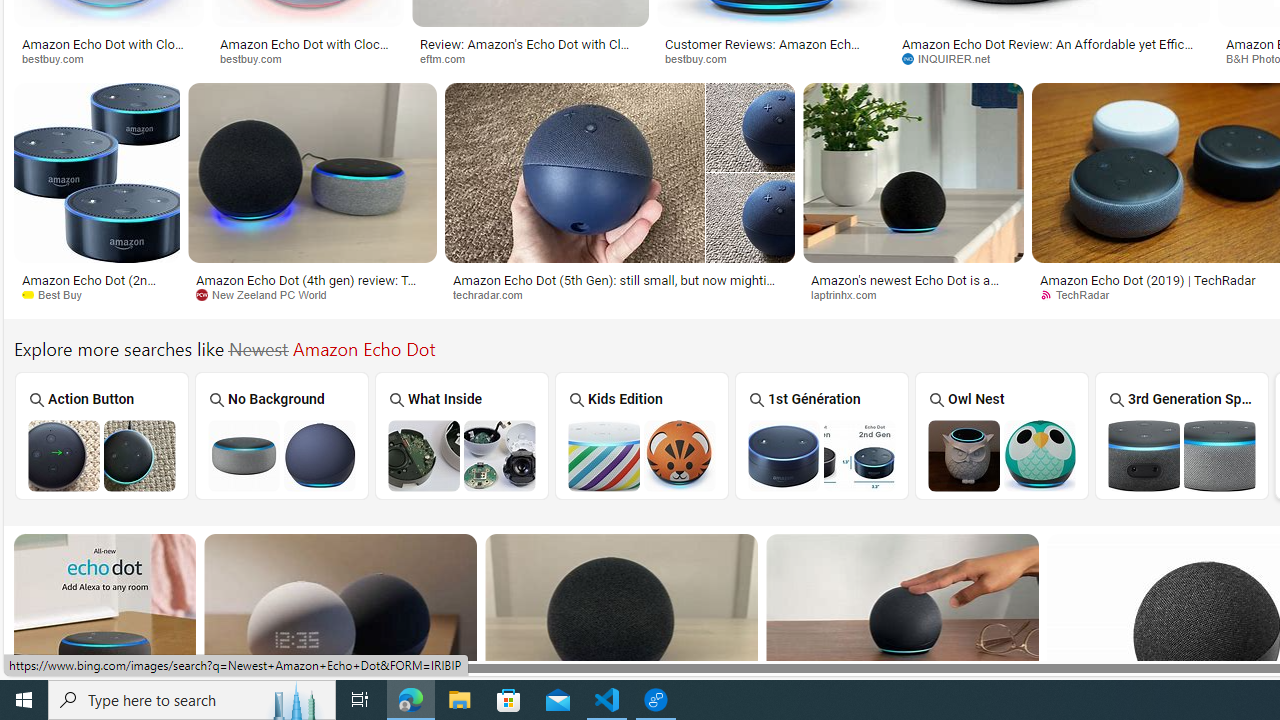 The height and width of the screenshot is (720, 1280). What do you see at coordinates (1002, 455) in the screenshot?
I see `'Amazon Echo Dot Owl and Nest'` at bounding box center [1002, 455].